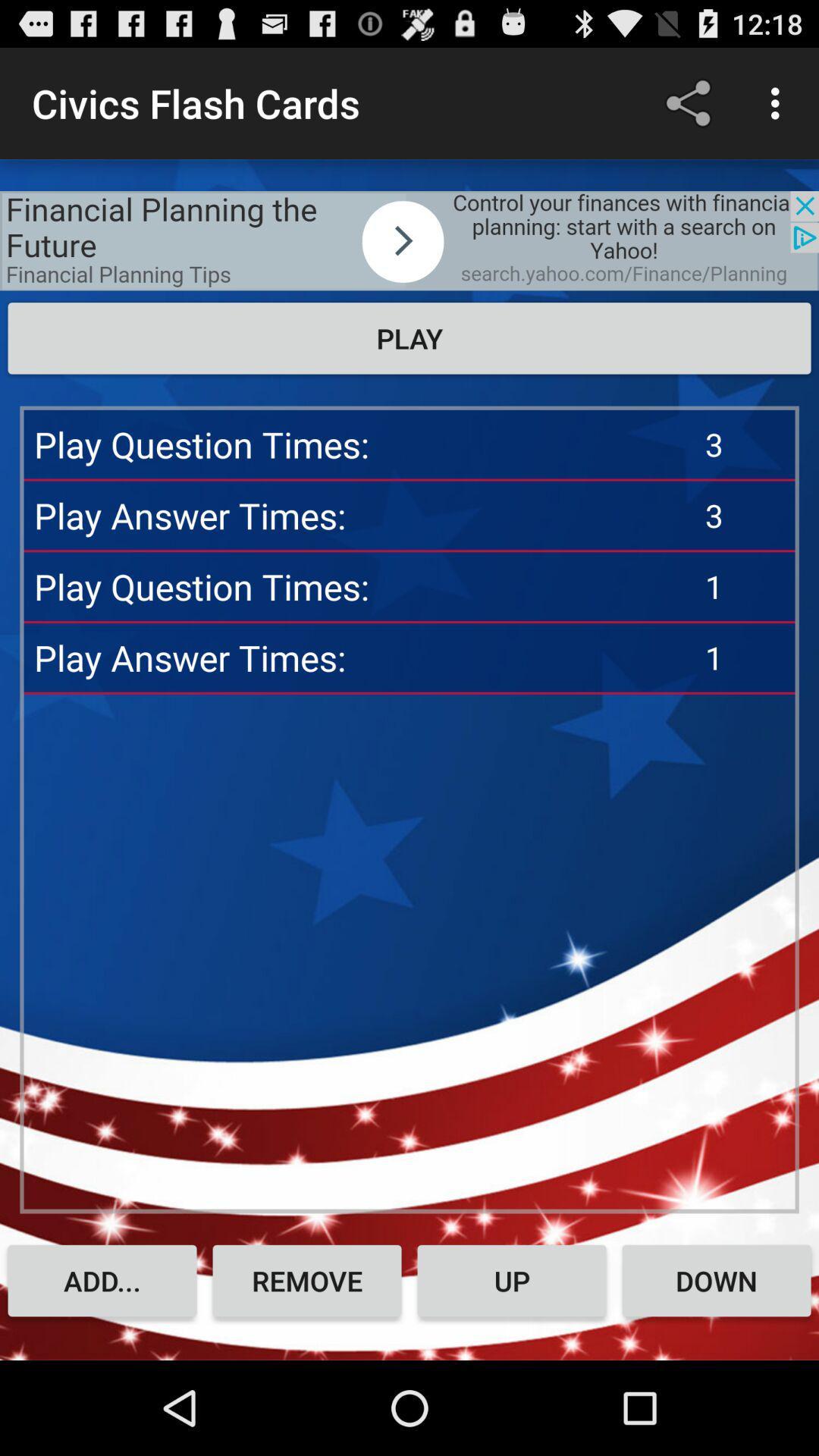  What do you see at coordinates (409, 240) in the screenshot?
I see `connect to advertisement` at bounding box center [409, 240].